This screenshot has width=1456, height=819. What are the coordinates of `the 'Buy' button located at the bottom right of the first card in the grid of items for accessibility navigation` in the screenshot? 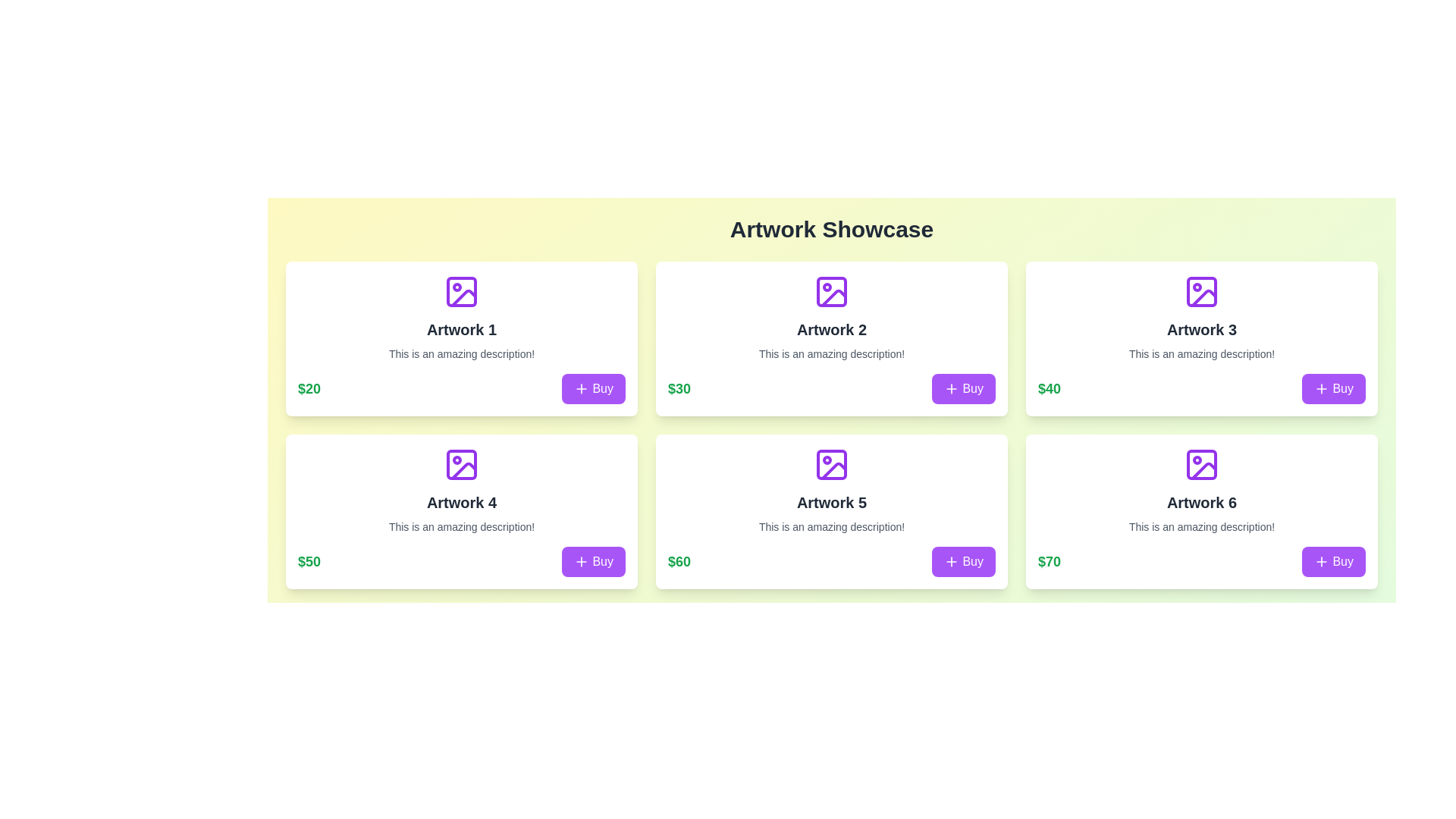 It's located at (593, 388).